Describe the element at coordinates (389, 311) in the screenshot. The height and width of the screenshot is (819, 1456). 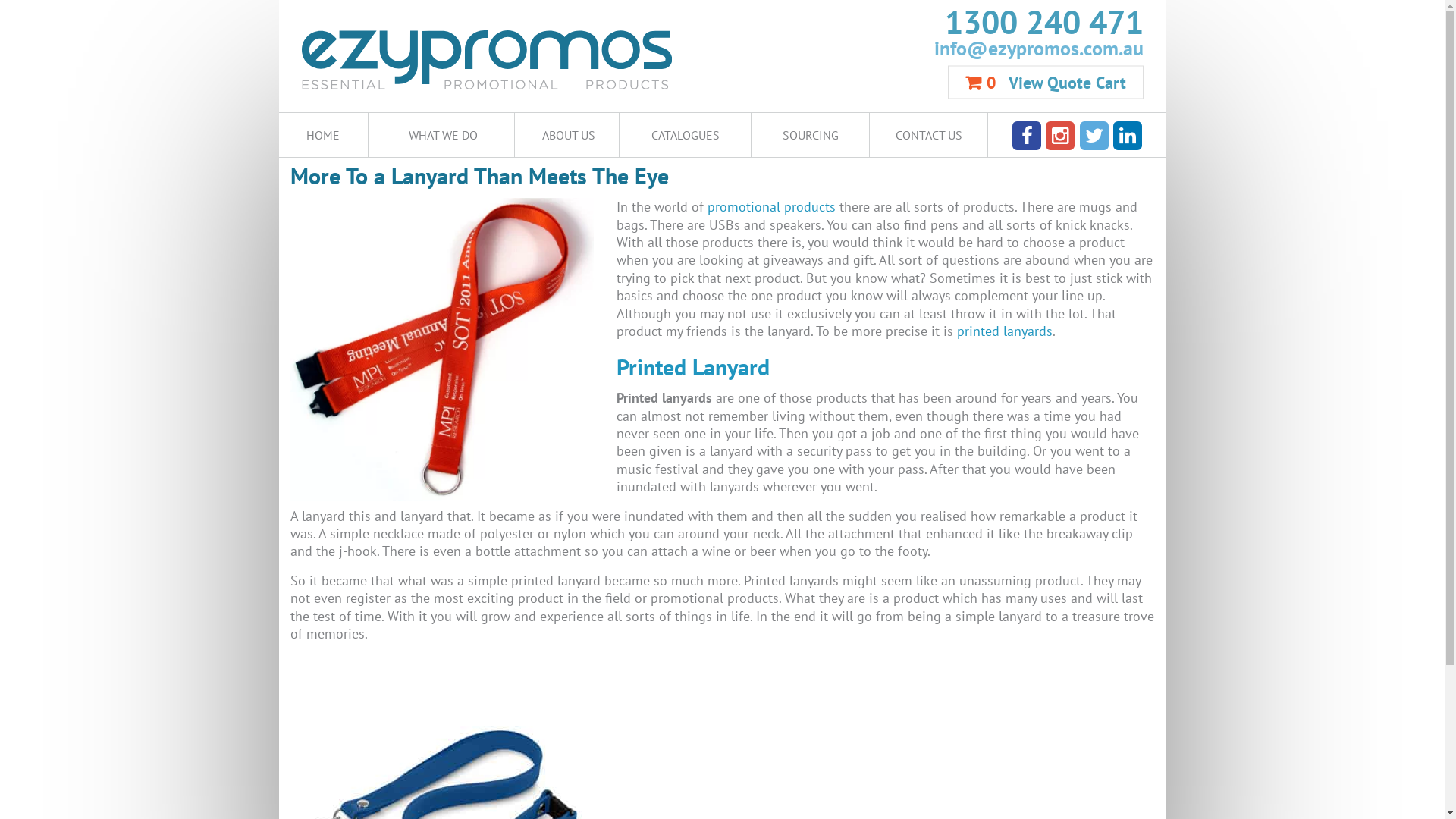
I see `'Lanyards'` at that location.